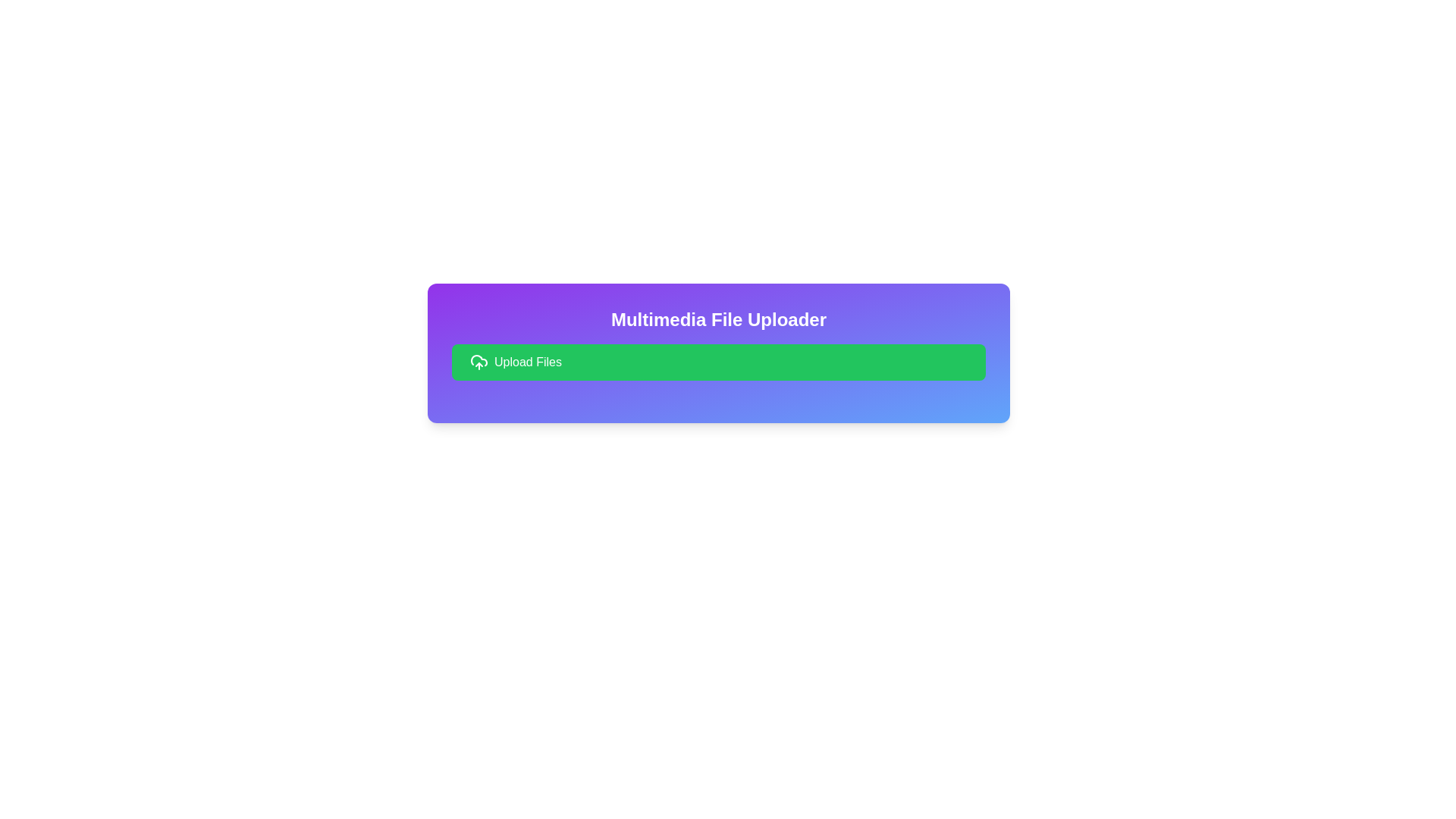  What do you see at coordinates (479, 362) in the screenshot?
I see `the interactive upload icon` at bounding box center [479, 362].